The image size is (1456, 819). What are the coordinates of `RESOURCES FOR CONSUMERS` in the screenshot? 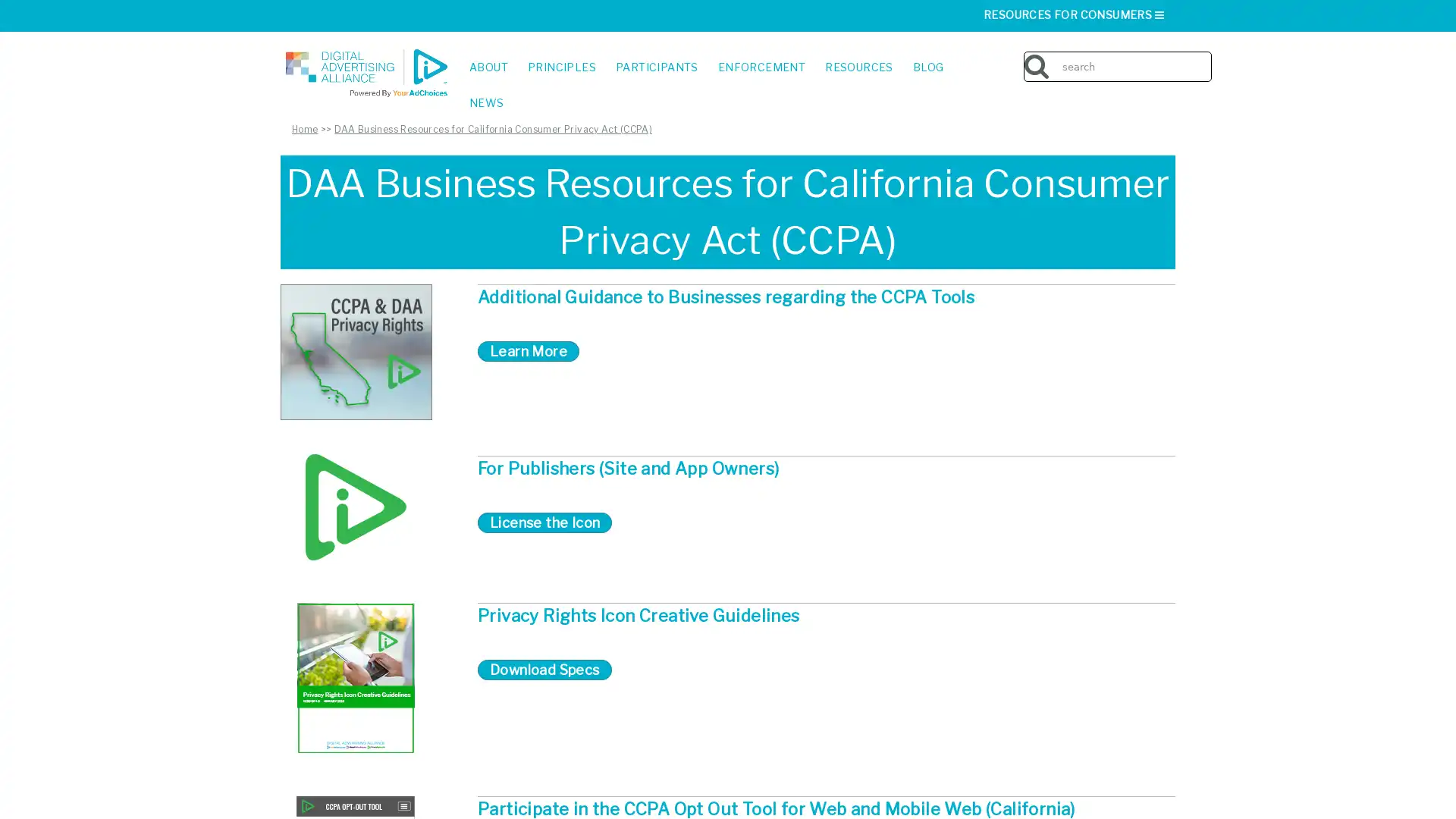 It's located at (1074, 14).